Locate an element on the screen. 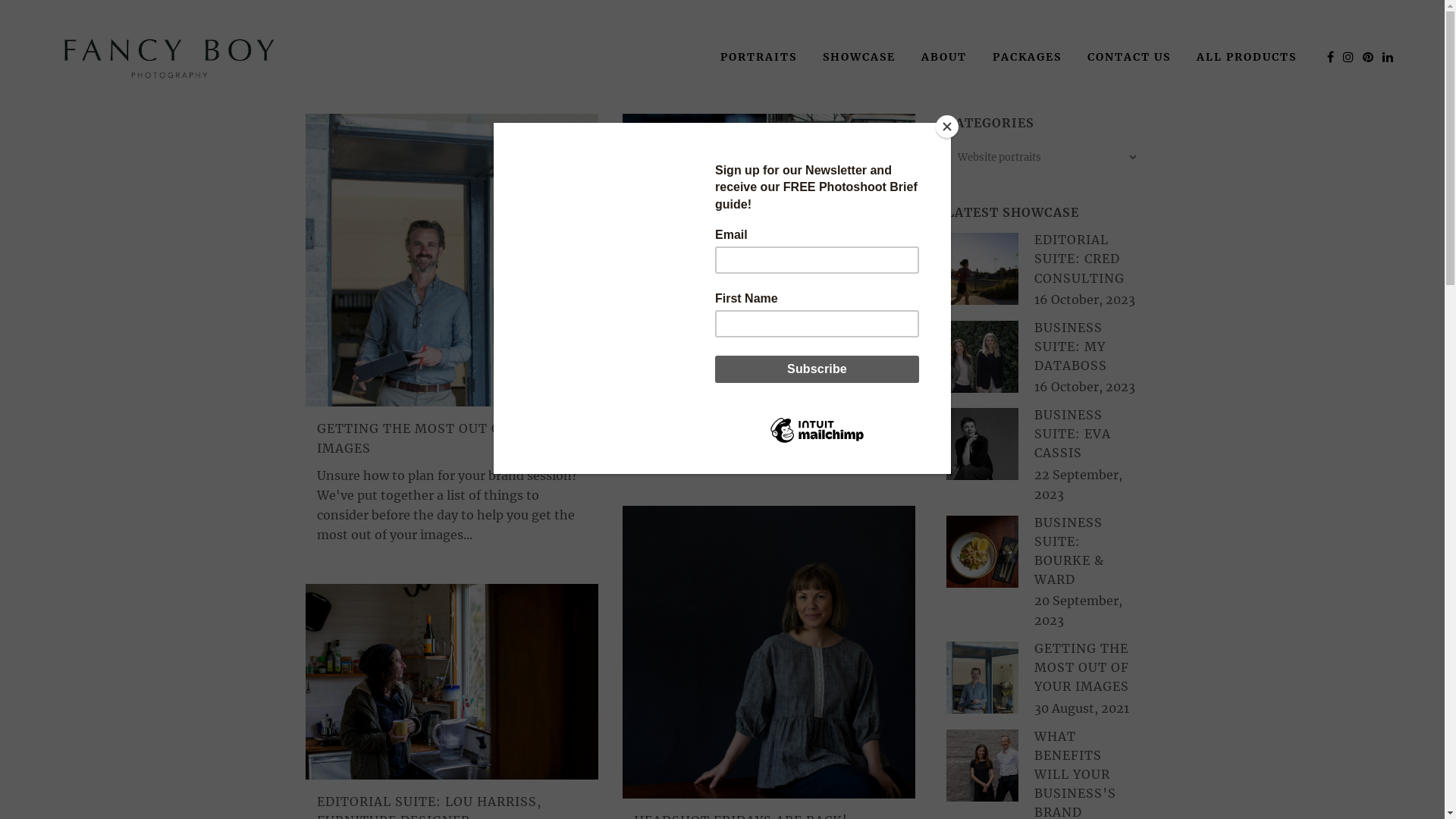  'PORTRAITS' is located at coordinates (758, 55).